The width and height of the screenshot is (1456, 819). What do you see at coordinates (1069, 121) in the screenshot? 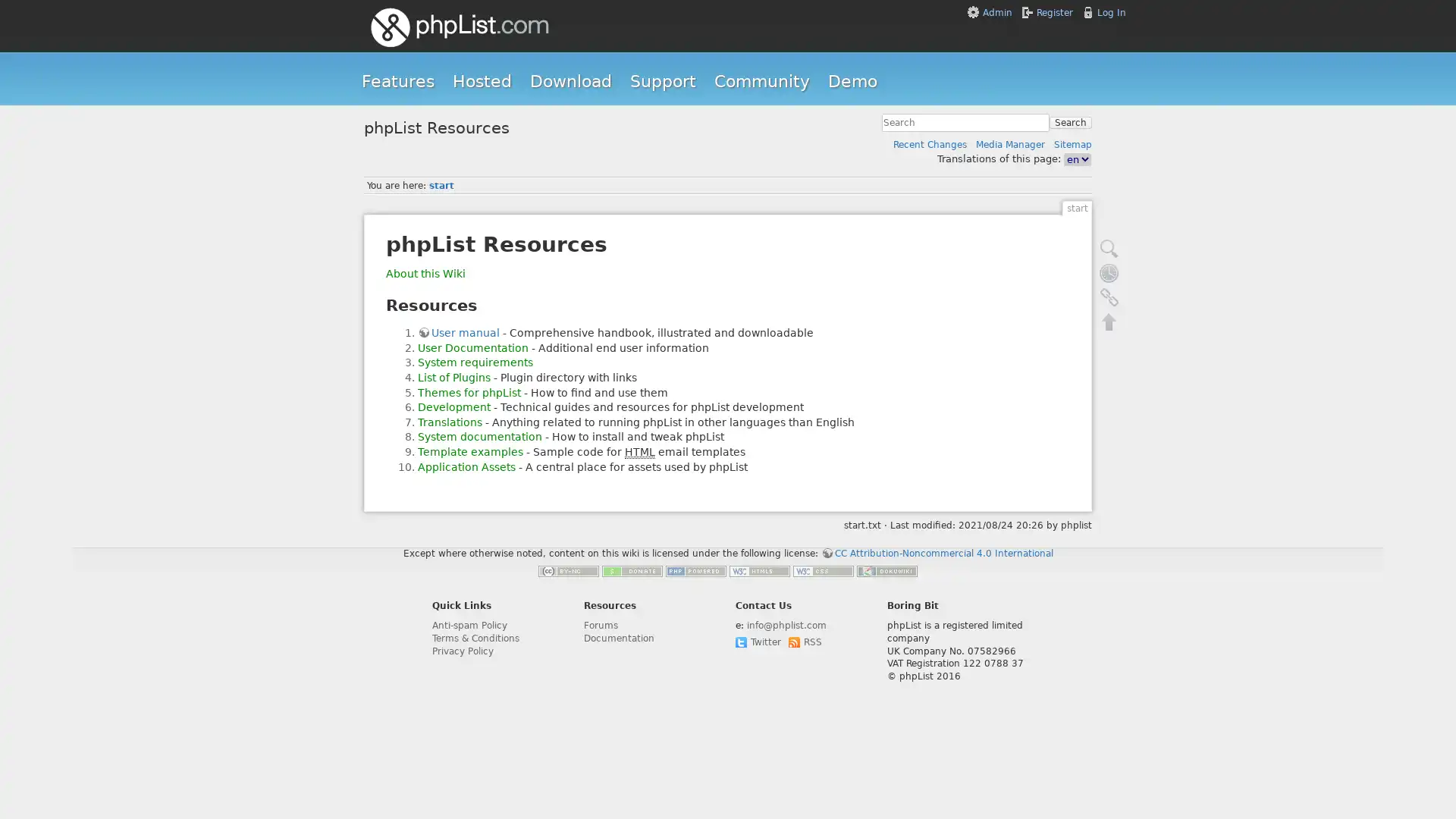
I see `Search` at bounding box center [1069, 121].